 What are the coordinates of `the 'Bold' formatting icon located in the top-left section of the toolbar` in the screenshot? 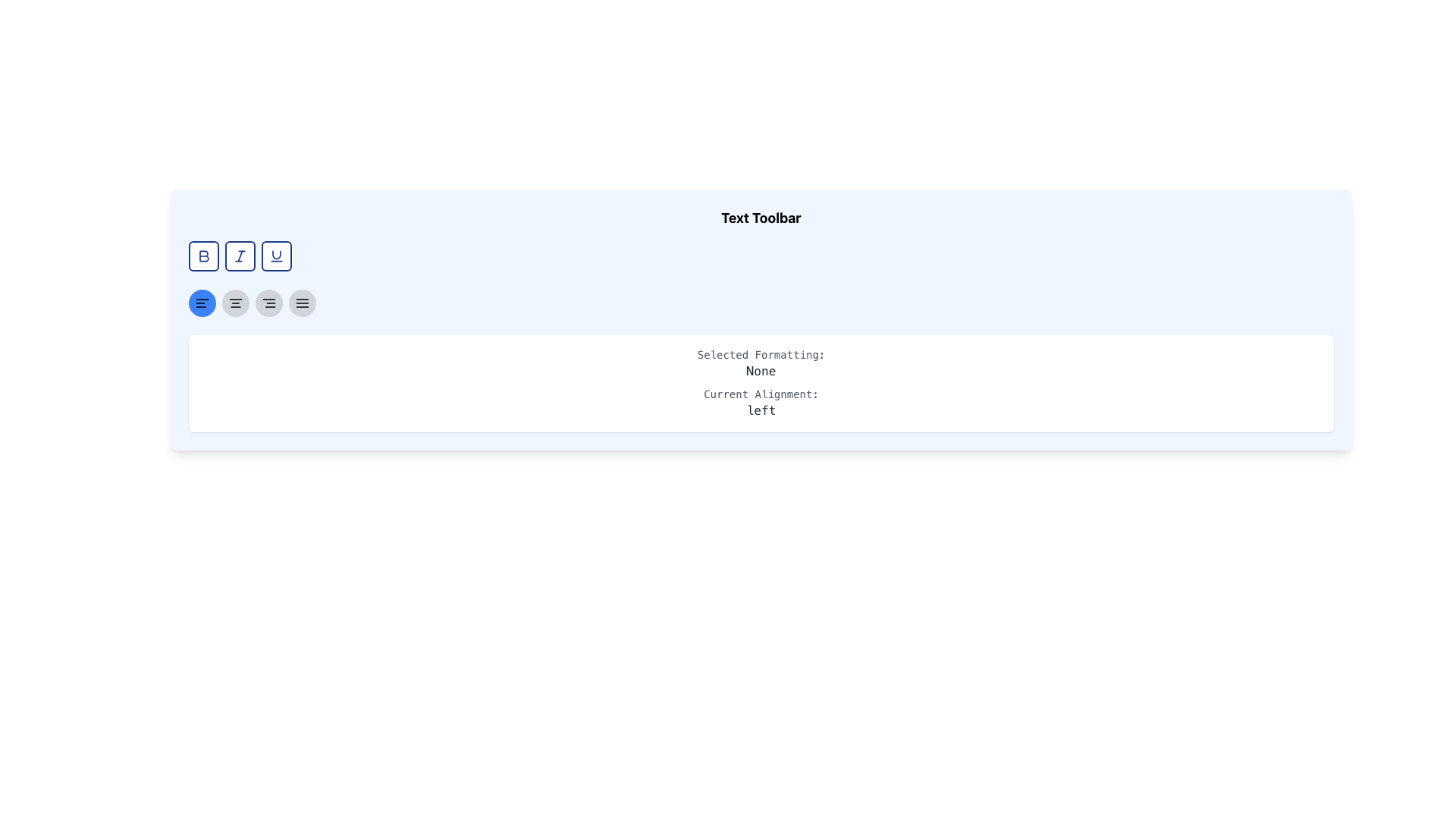 It's located at (203, 256).